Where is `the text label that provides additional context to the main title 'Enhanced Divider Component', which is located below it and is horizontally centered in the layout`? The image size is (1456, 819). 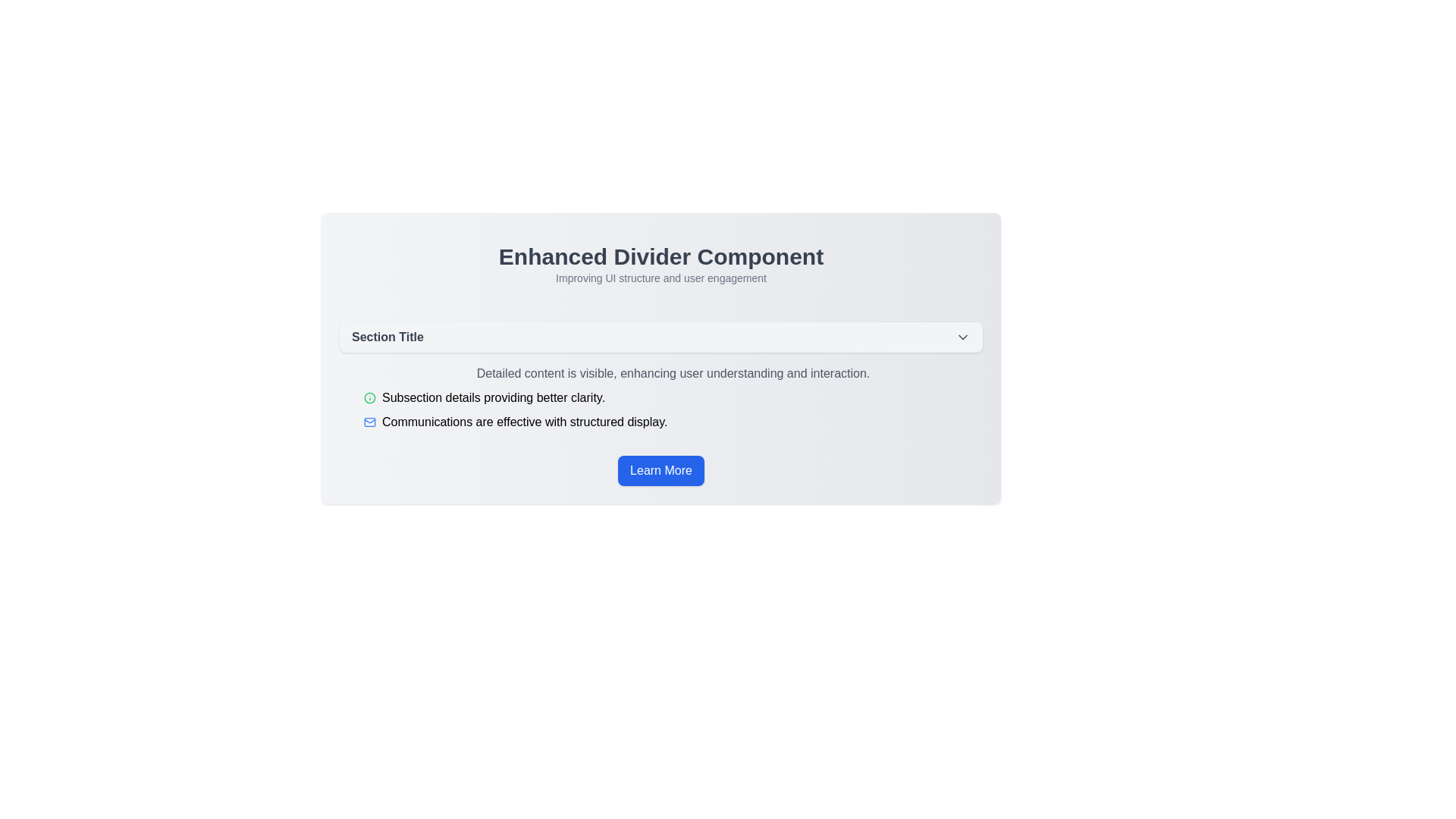 the text label that provides additional context to the main title 'Enhanced Divider Component', which is located below it and is horizontally centered in the layout is located at coordinates (661, 278).